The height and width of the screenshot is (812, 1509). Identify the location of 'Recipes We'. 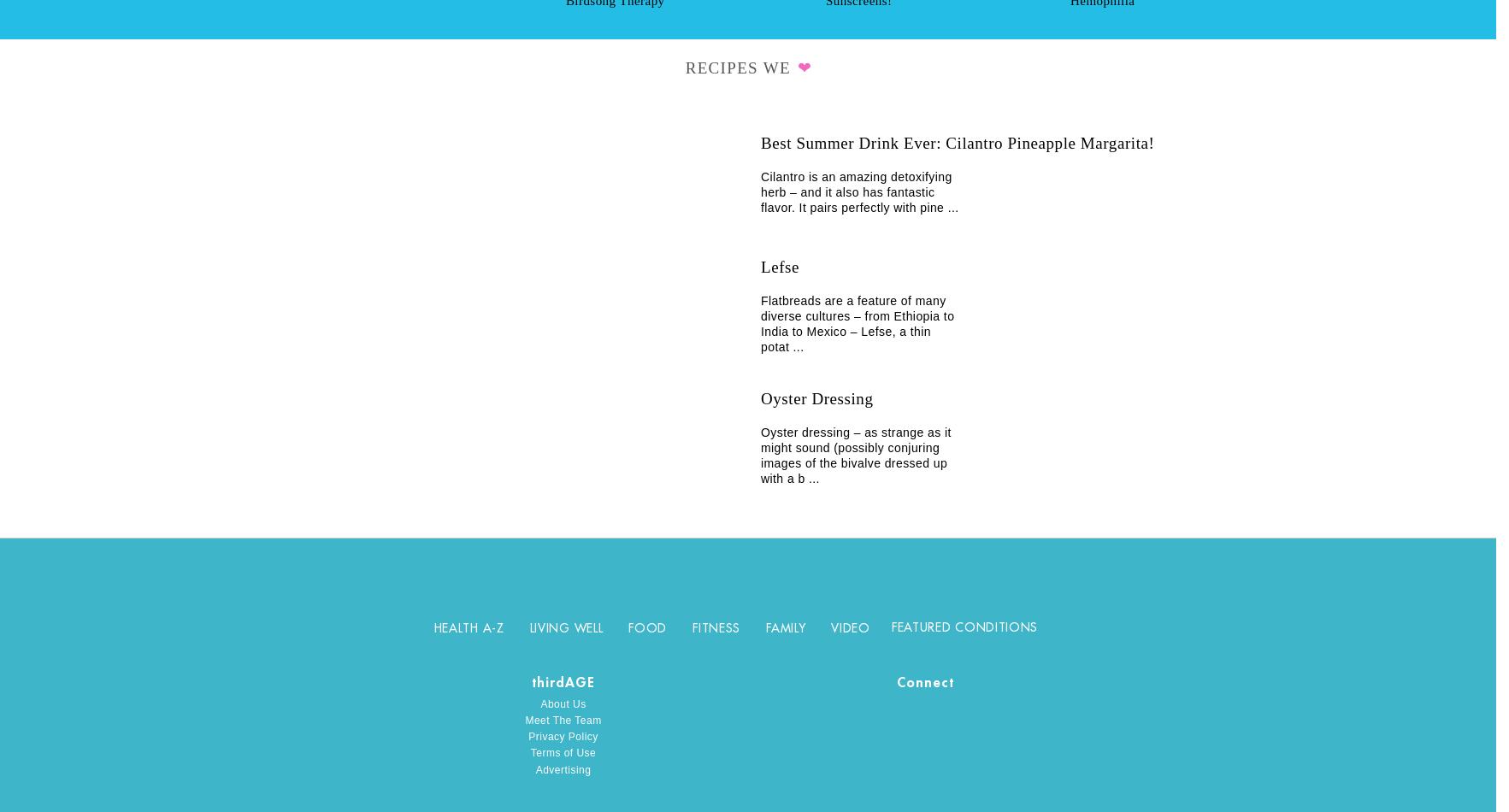
(740, 67).